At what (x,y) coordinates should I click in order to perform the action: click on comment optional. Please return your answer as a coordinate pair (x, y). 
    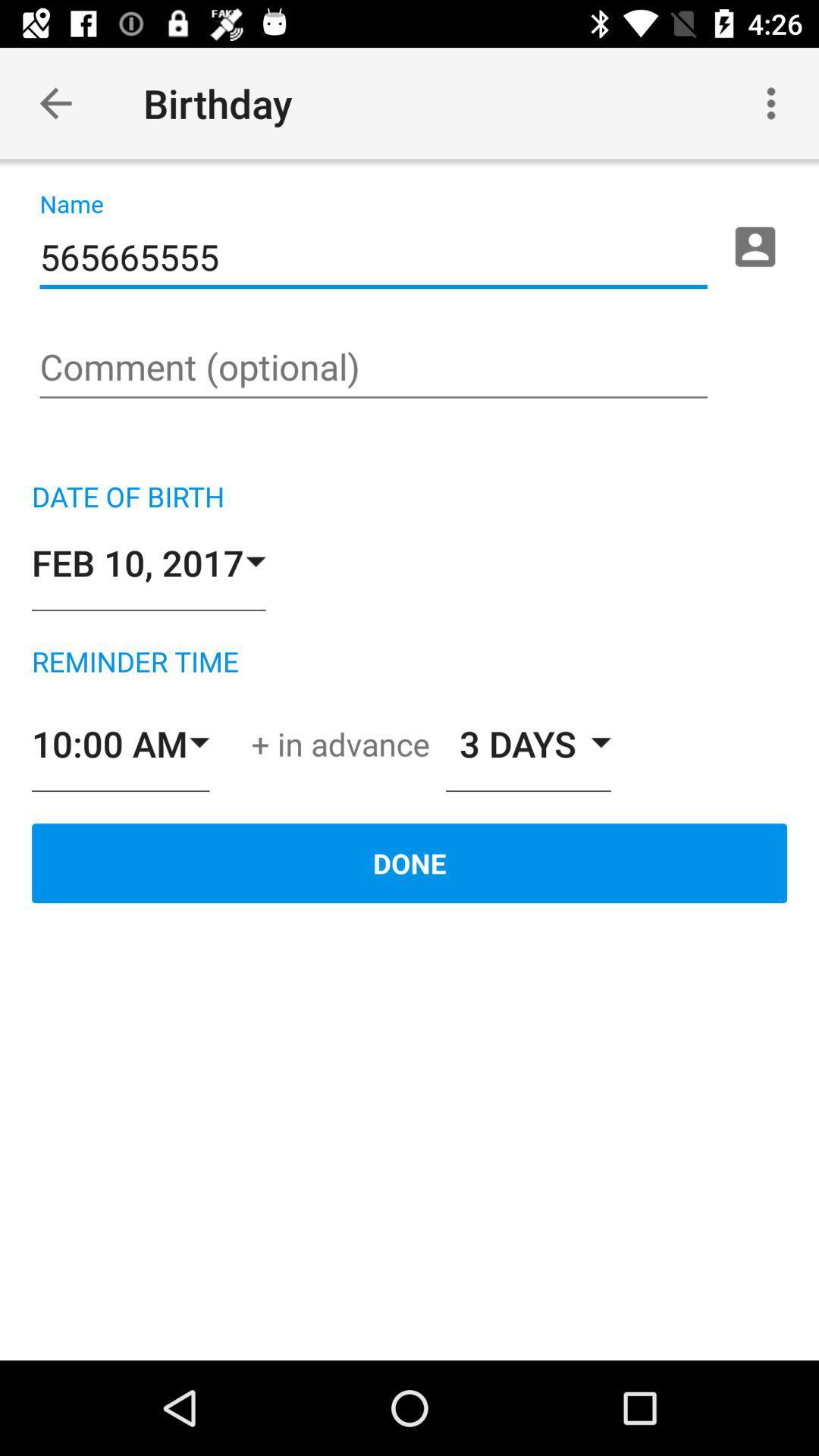
    Looking at the image, I should click on (373, 369).